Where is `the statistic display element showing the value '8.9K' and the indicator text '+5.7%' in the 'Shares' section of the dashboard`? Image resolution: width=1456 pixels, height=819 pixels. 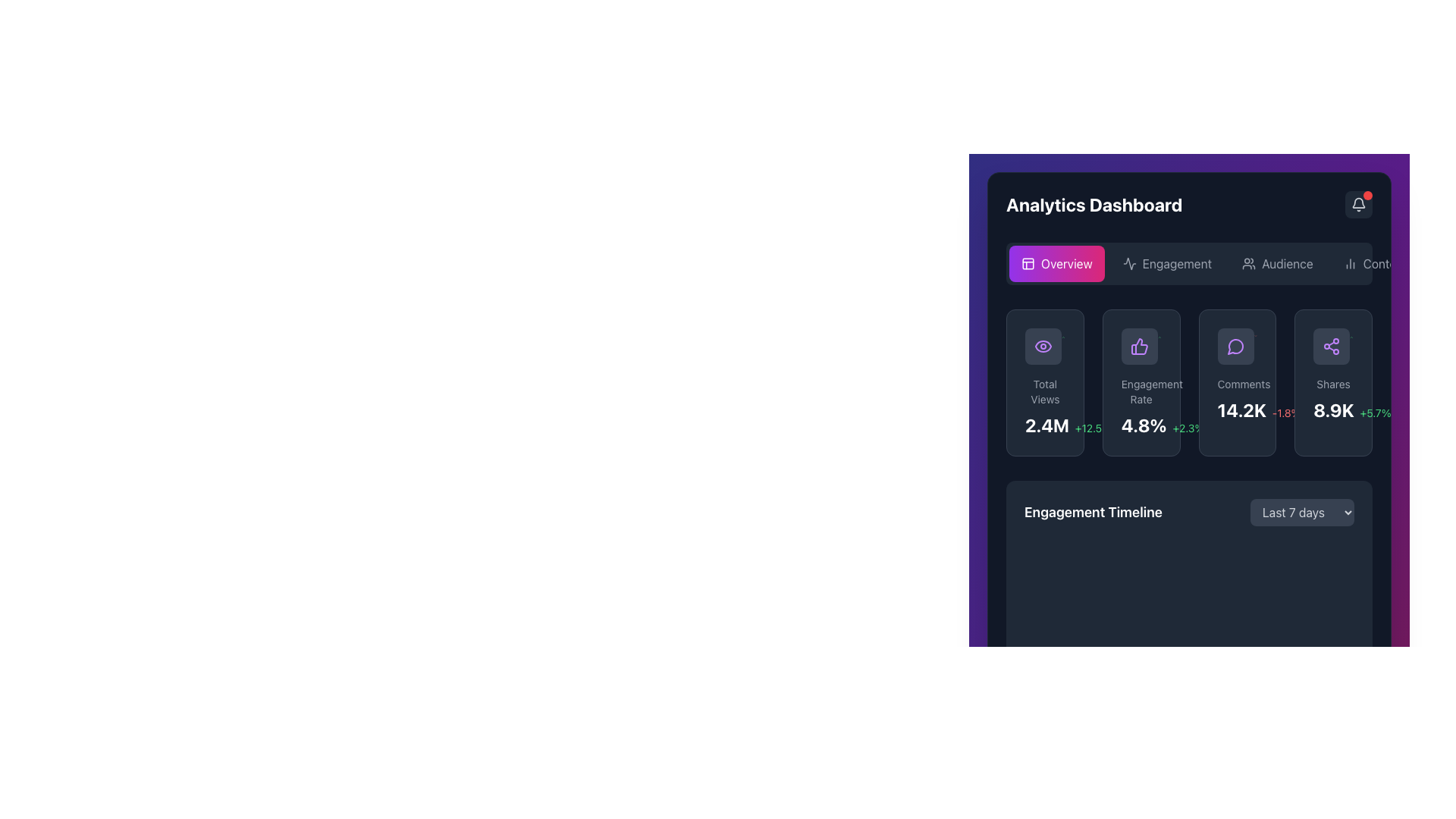
the statistic display element showing the value '8.9K' and the indicator text '+5.7%' in the 'Shares' section of the dashboard is located at coordinates (1332, 409).